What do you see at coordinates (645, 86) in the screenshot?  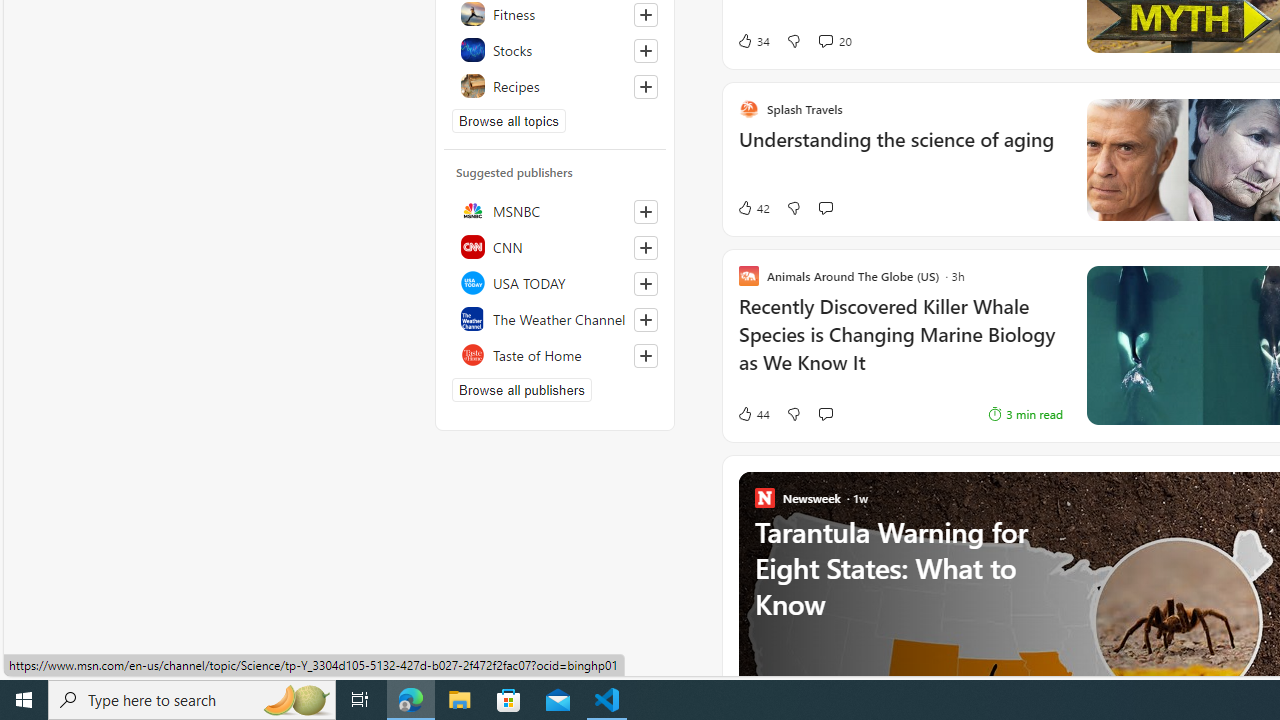 I see `'Follow this topic'` at bounding box center [645, 86].